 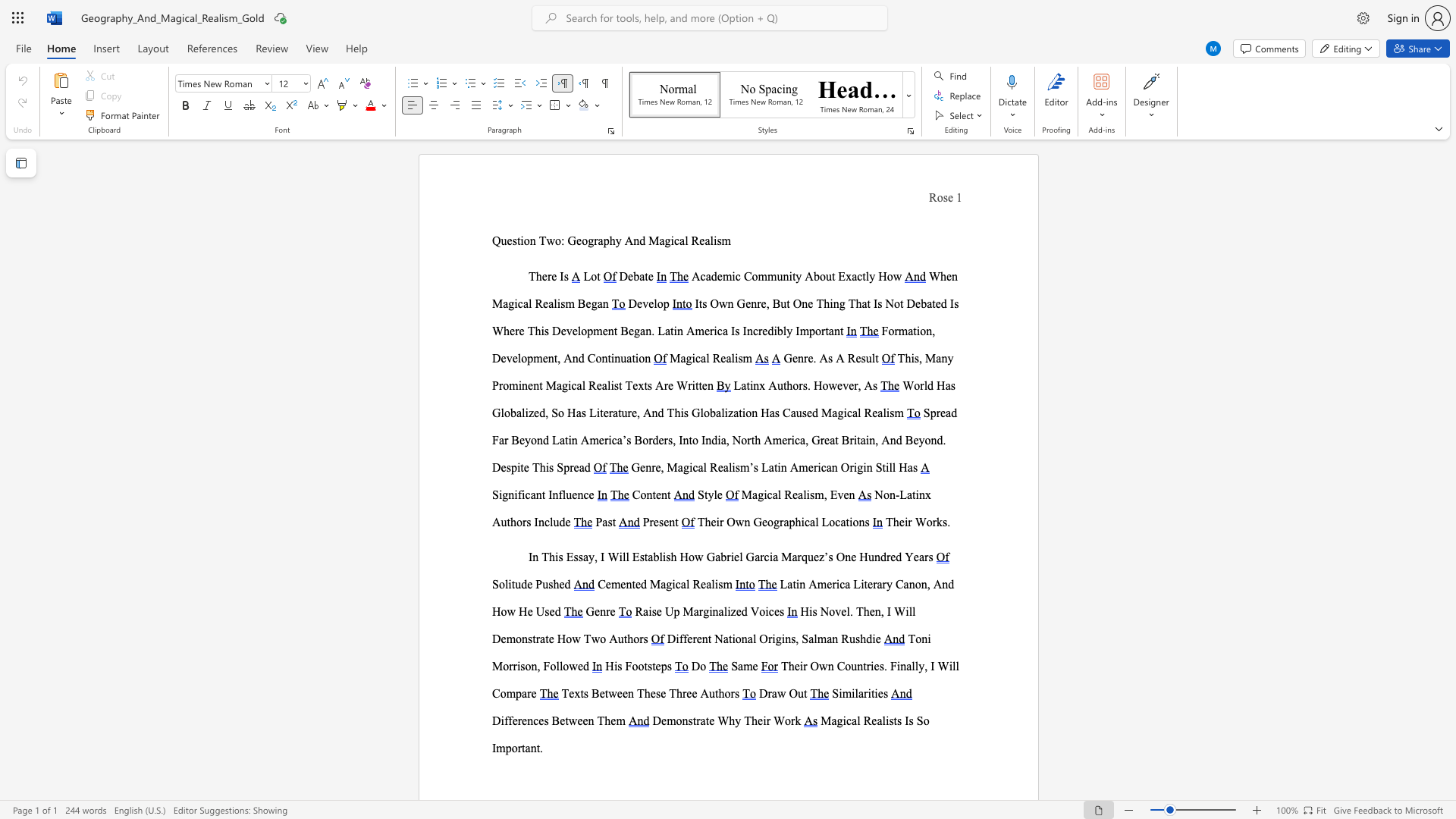 I want to click on the subset text "alists I" within the text "Magical Realists Is So Important.", so click(x=877, y=720).